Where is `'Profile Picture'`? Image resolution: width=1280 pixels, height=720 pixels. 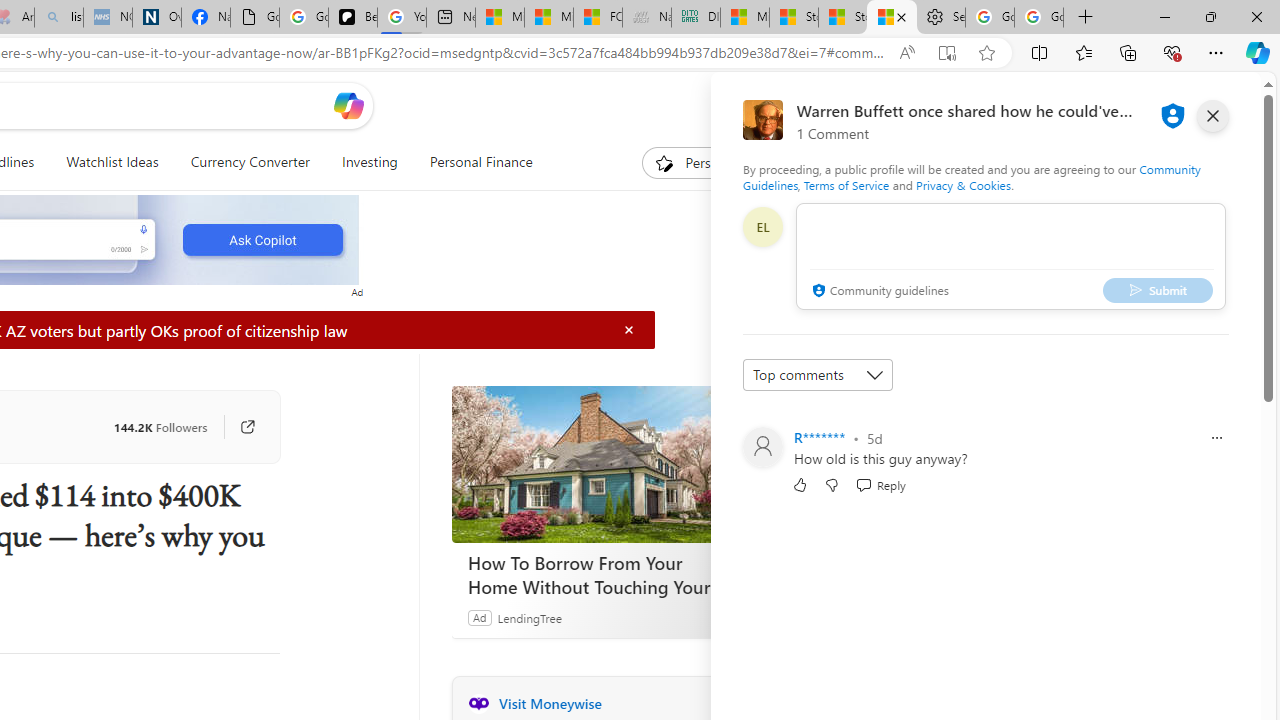
'Profile Picture' is located at coordinates (761, 446).